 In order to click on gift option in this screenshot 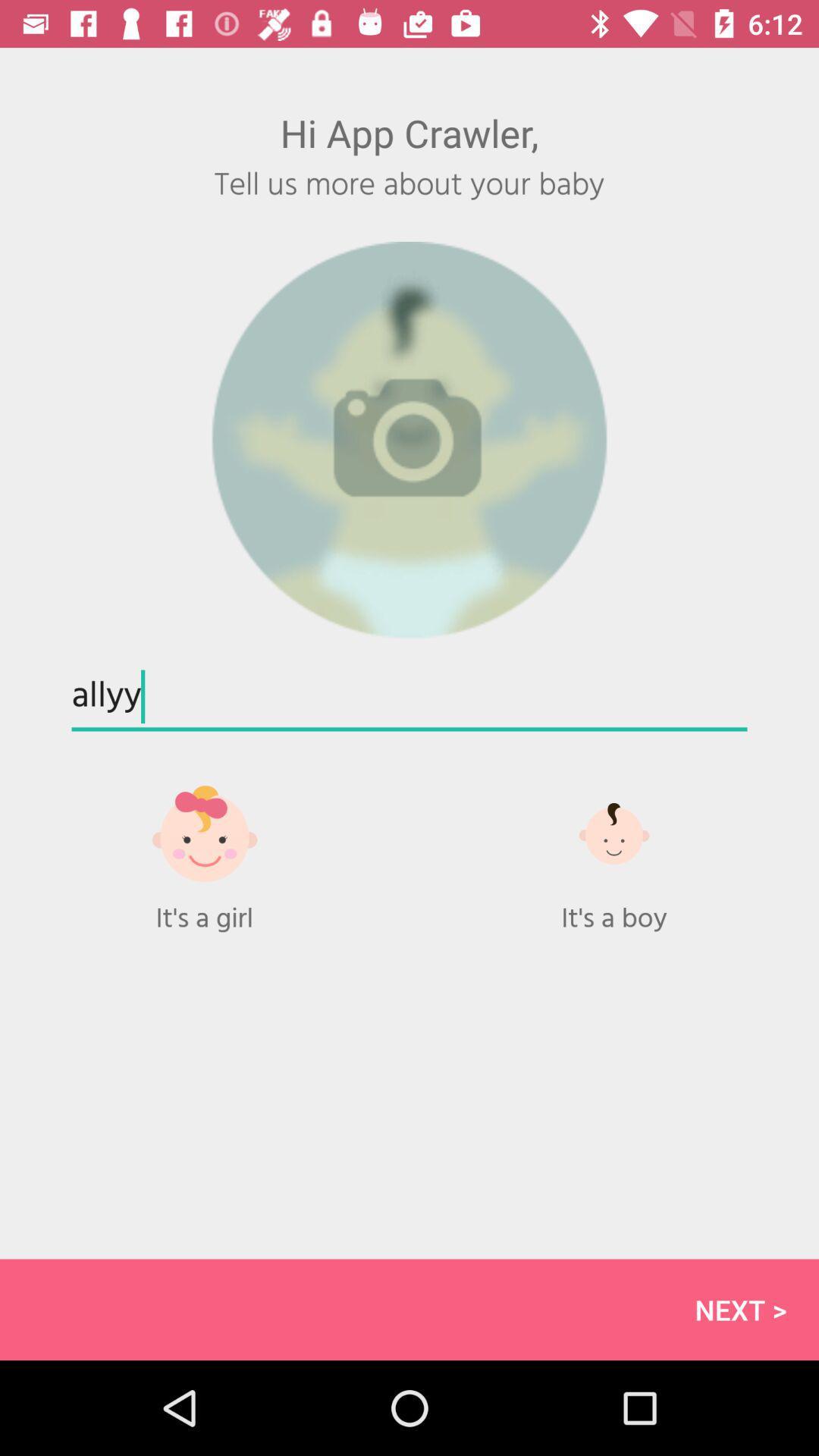, I will do `click(205, 849)`.